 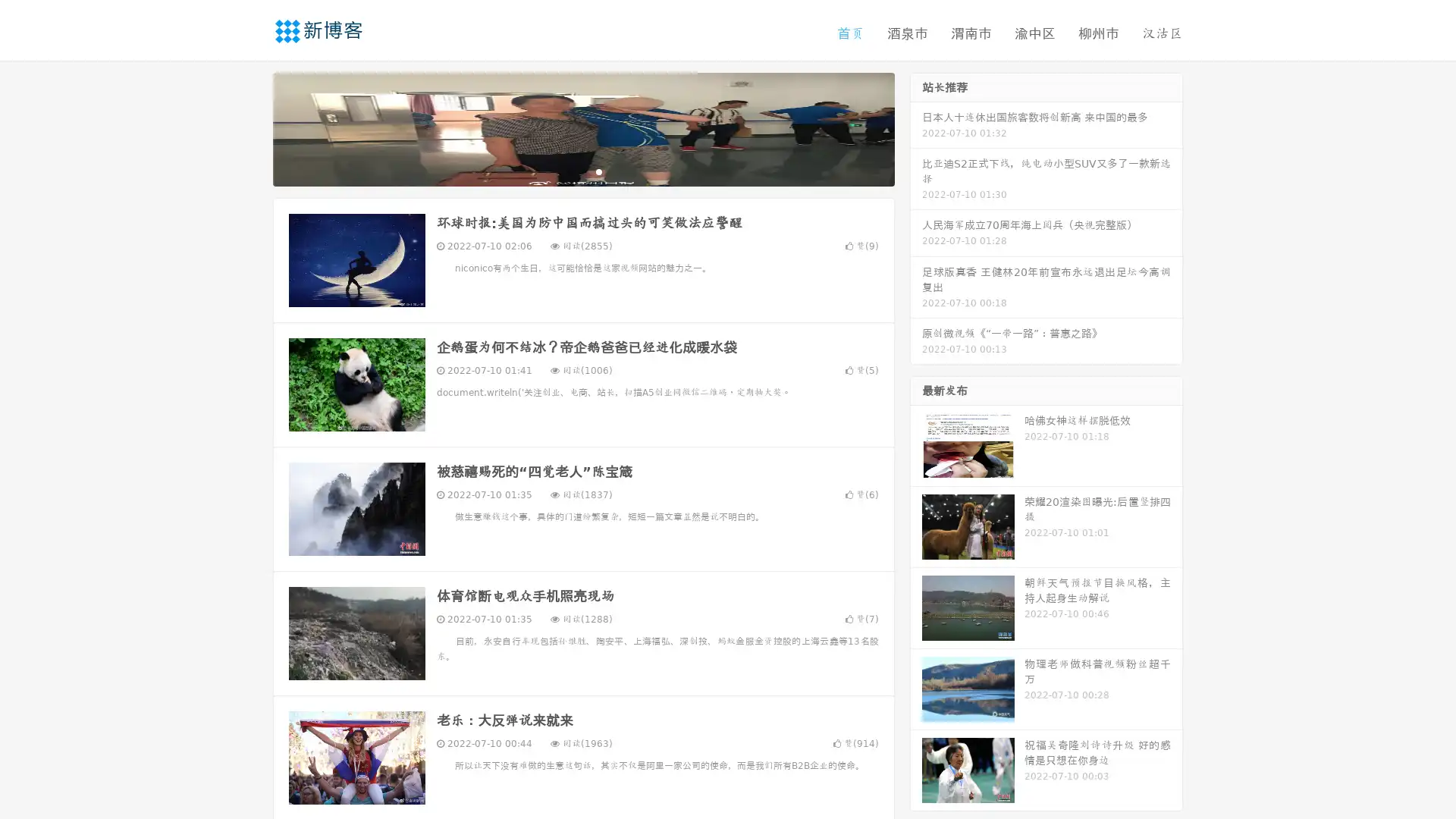 I want to click on Previous slide, so click(x=250, y=127).